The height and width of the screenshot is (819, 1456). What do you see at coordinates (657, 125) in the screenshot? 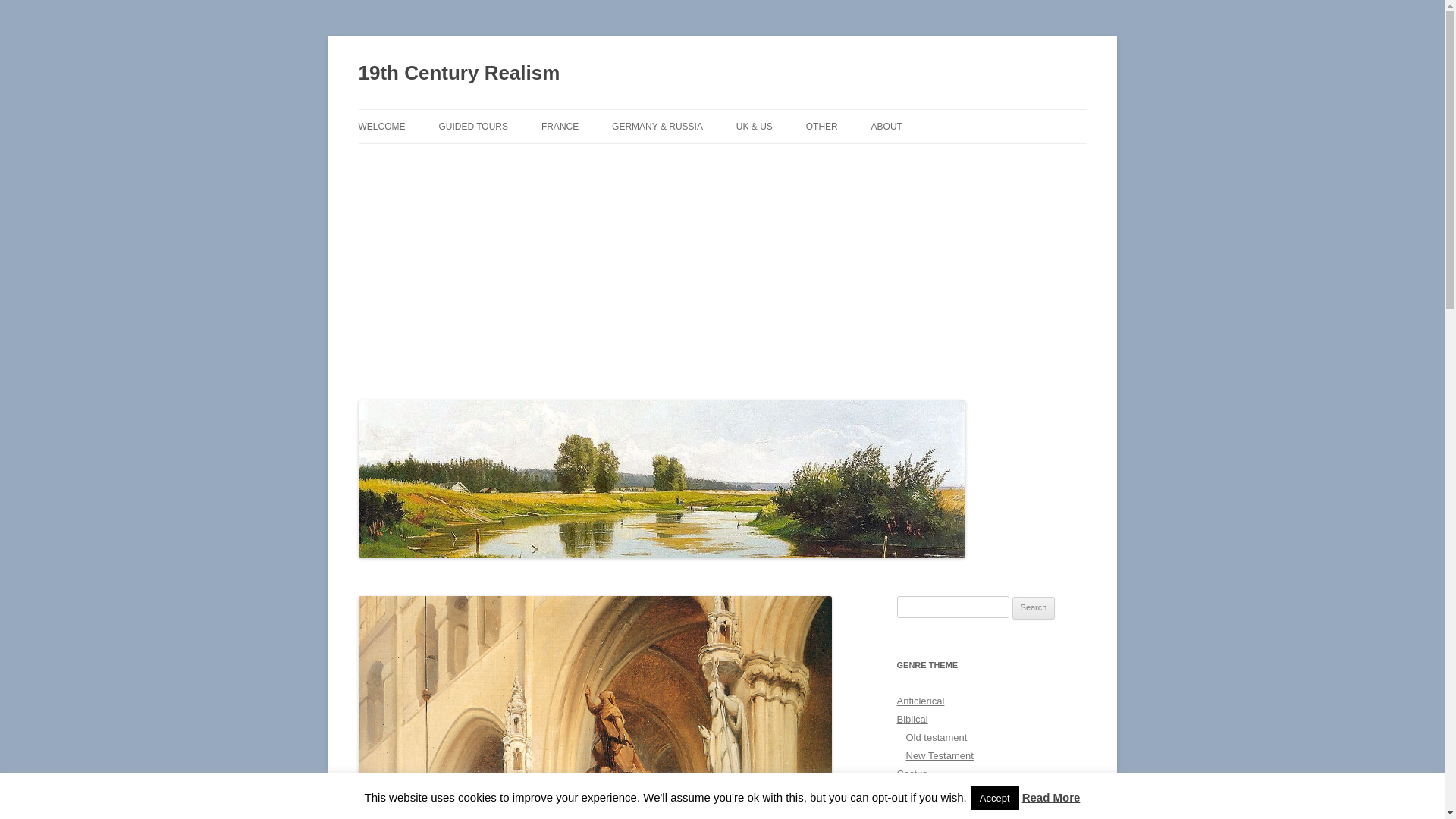
I see `'GERMANY & RUSSIA'` at bounding box center [657, 125].